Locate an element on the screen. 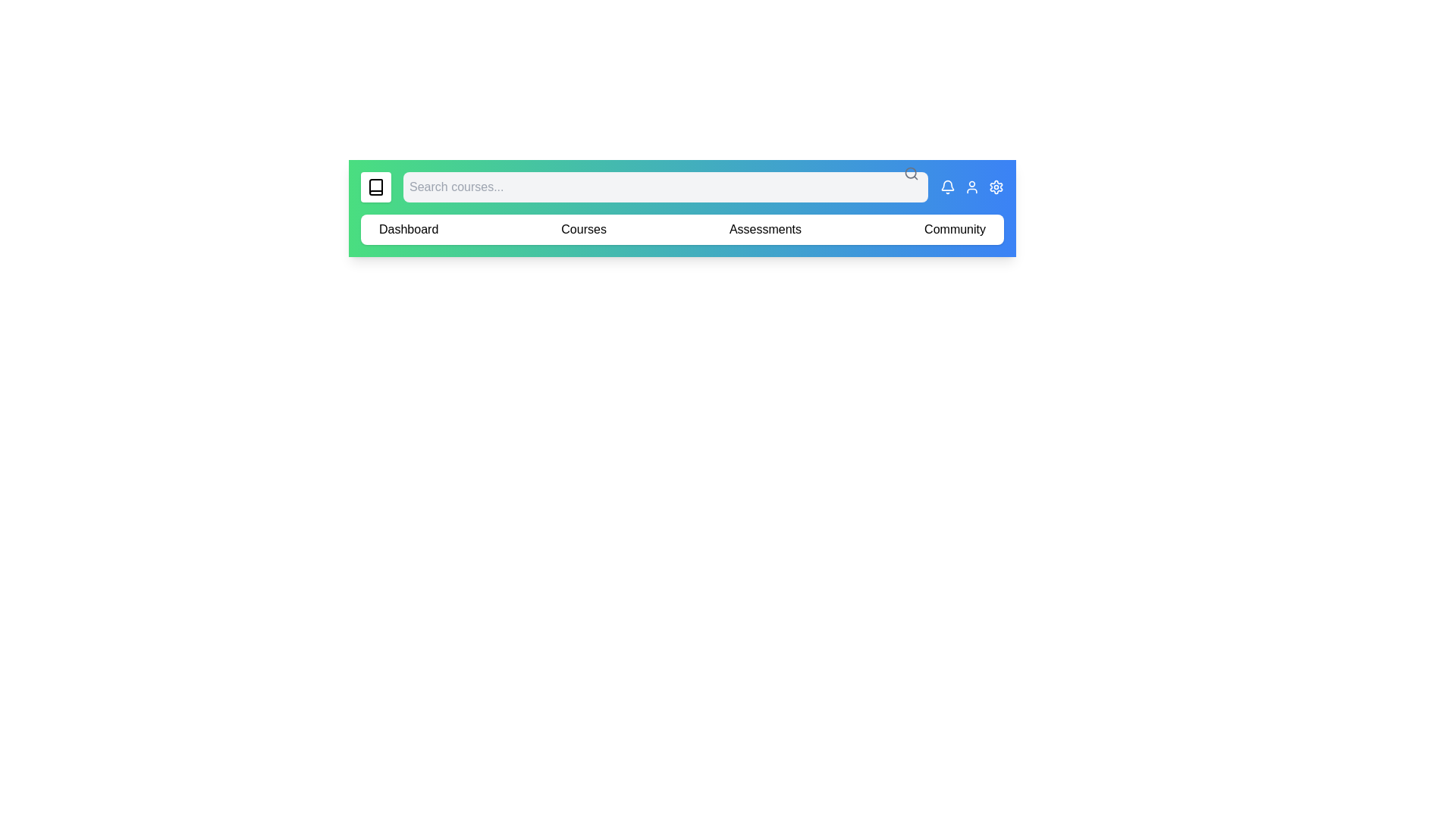  the element labeled 'User Icon' to reveal its hover effect is located at coordinates (971, 186).